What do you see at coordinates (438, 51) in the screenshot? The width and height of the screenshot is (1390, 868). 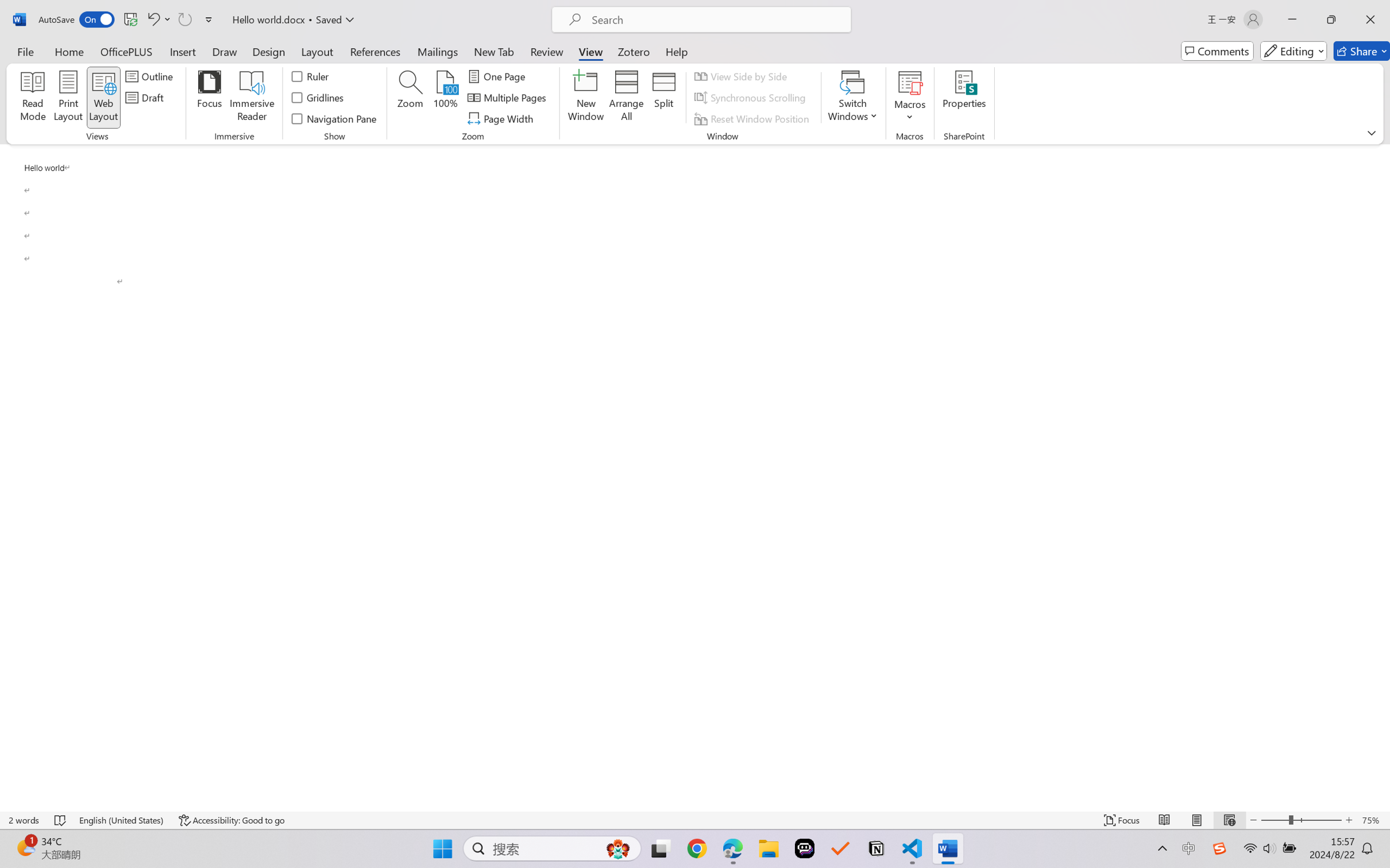 I see `'Mailings'` at bounding box center [438, 51].